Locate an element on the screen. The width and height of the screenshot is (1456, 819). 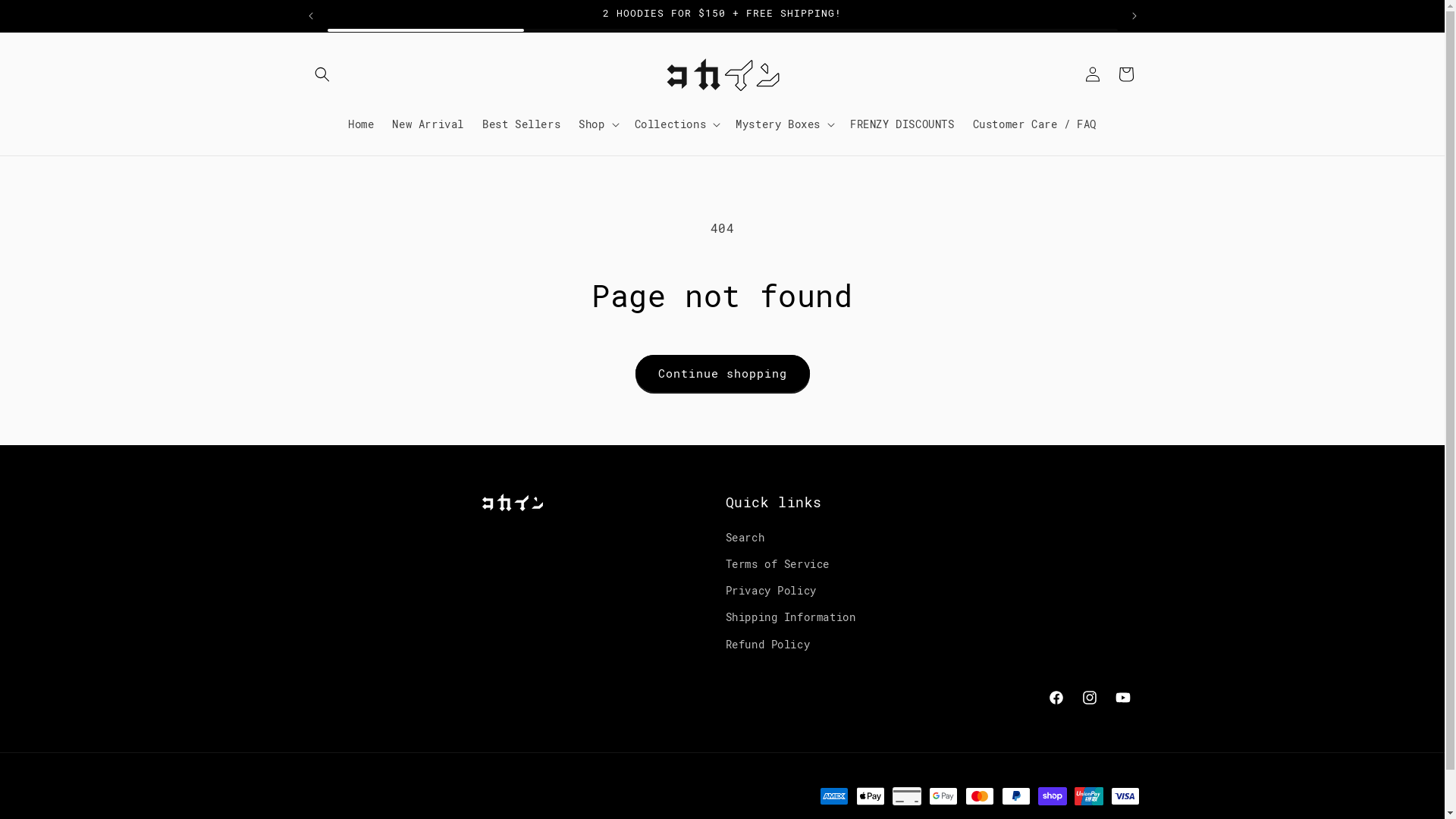
'Log in' is located at coordinates (1092, 74).